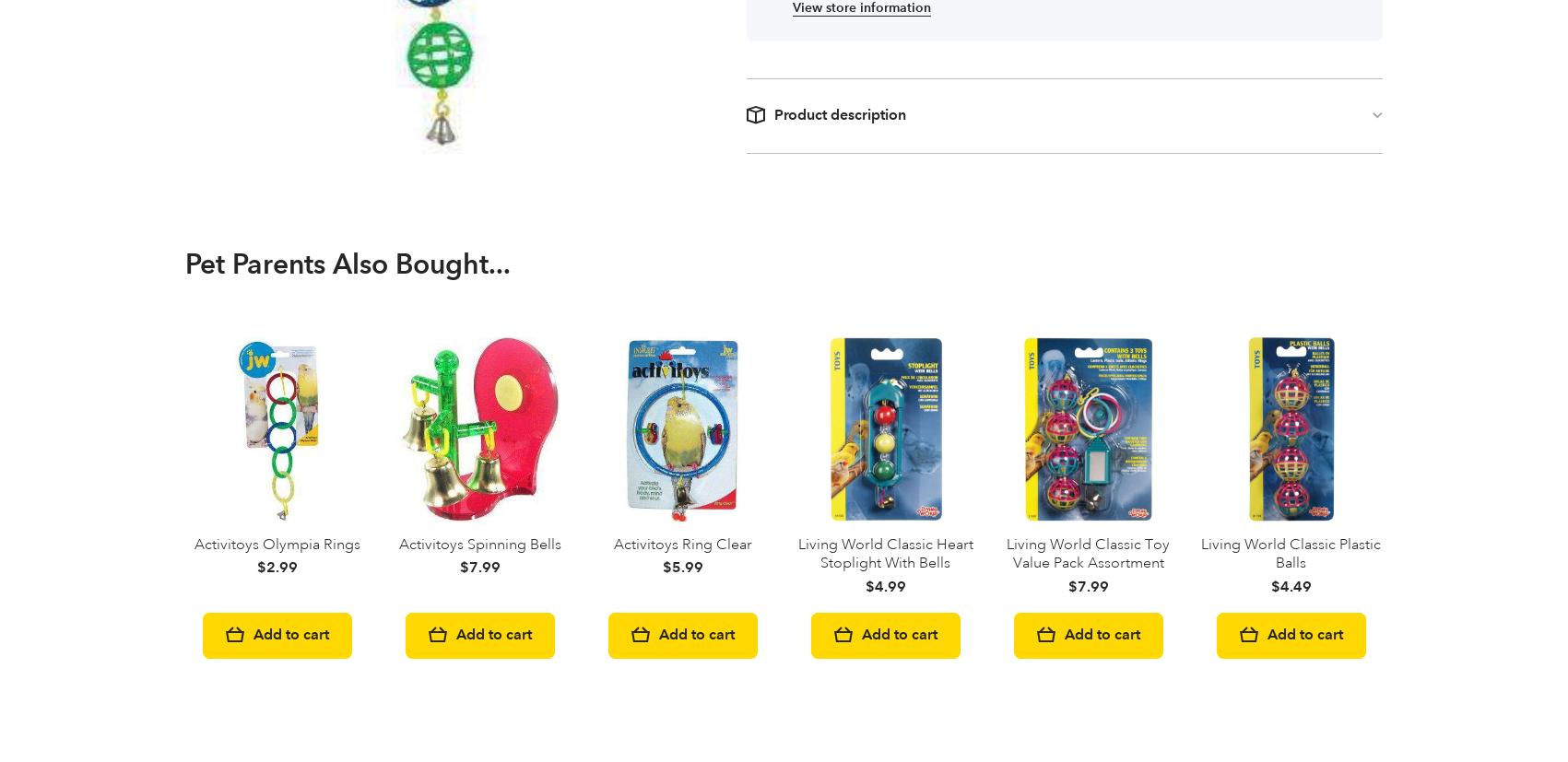 The image size is (1568, 762). Describe the element at coordinates (735, 528) in the screenshot. I see `'Hassle Free Returns'` at that location.